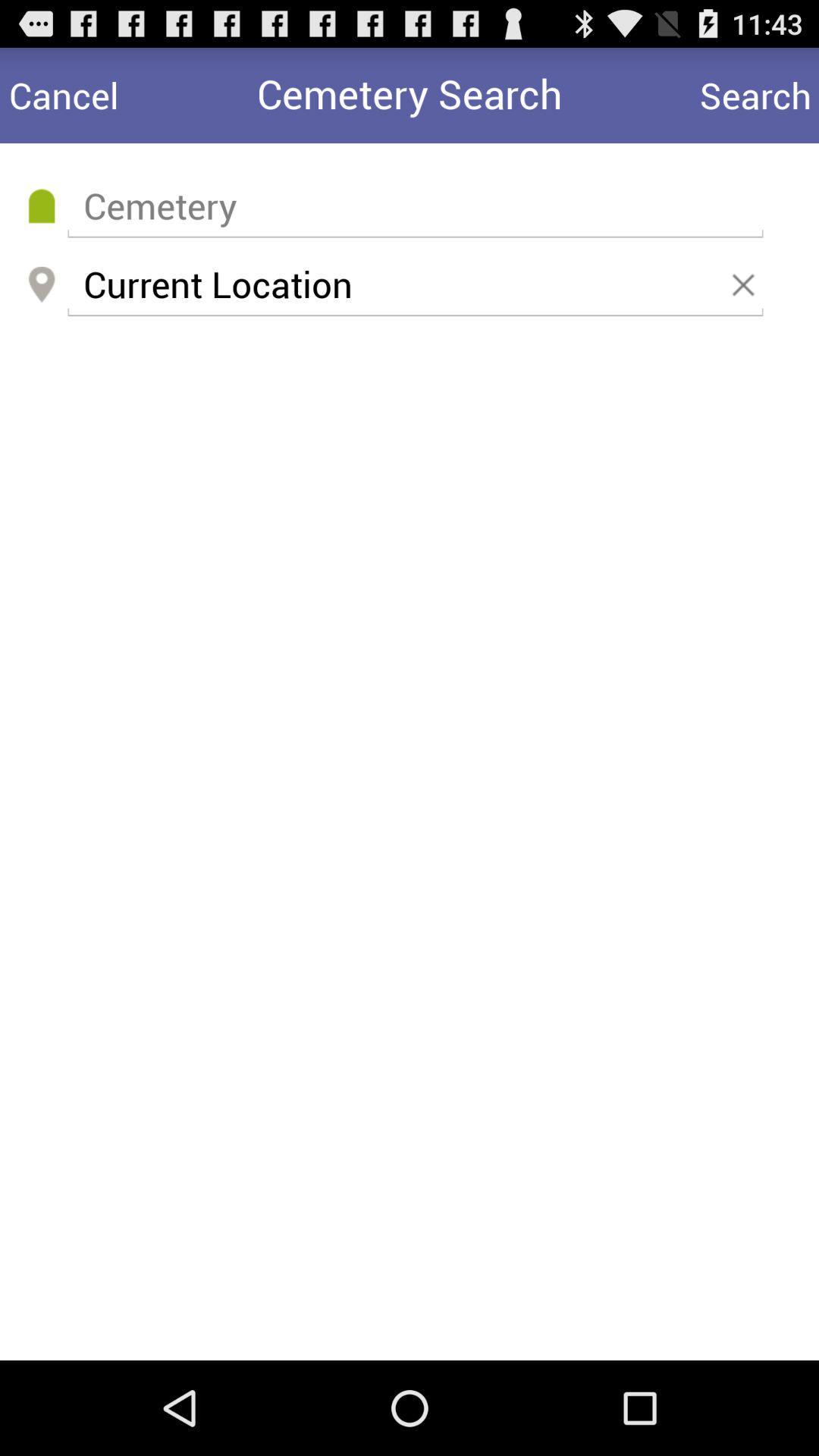  Describe the element at coordinates (745, 304) in the screenshot. I see `the close icon` at that location.